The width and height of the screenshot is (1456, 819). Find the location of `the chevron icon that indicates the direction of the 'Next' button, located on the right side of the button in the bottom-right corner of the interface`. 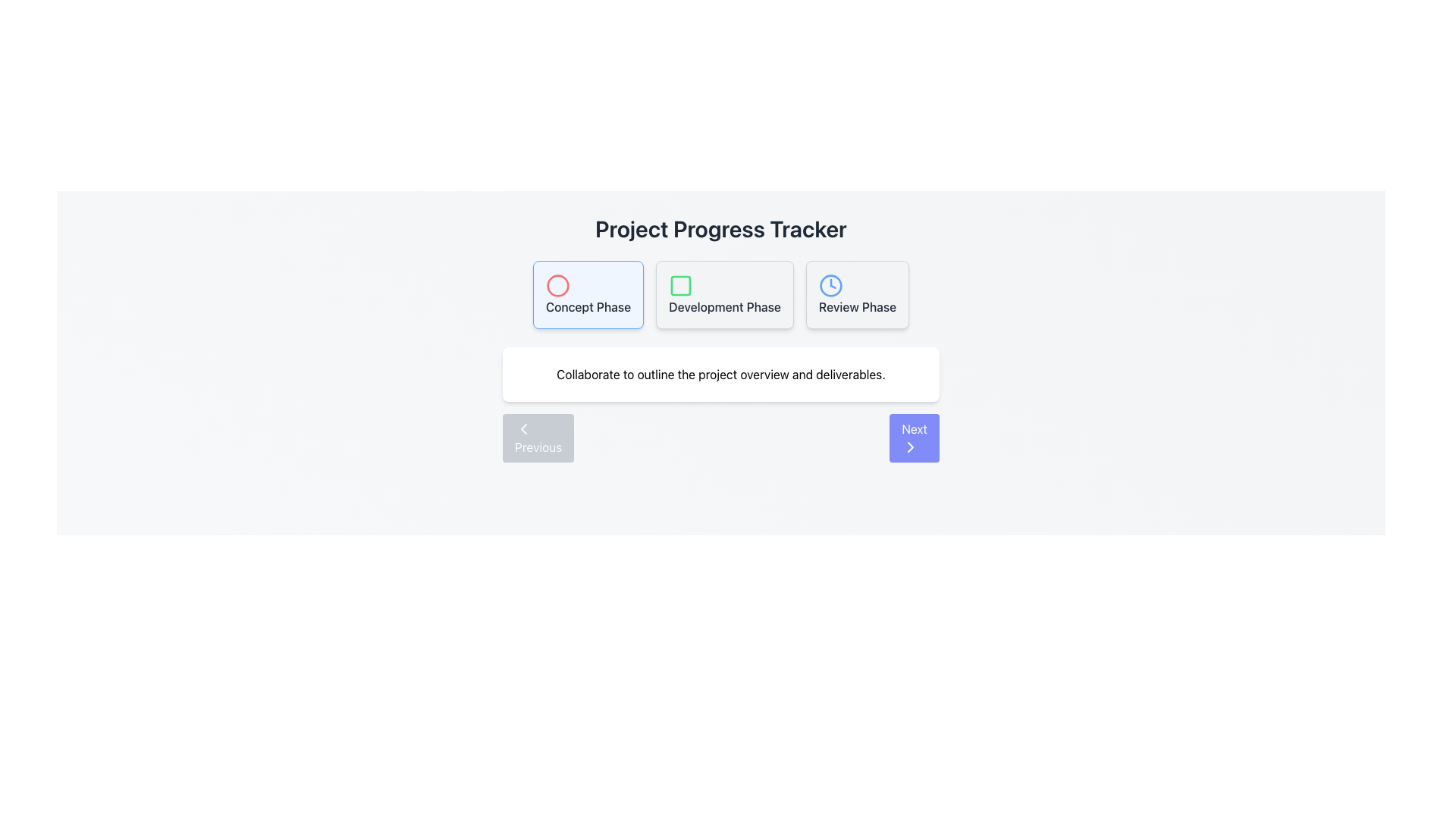

the chevron icon that indicates the direction of the 'Next' button, located on the right side of the button in the bottom-right corner of the interface is located at coordinates (910, 447).